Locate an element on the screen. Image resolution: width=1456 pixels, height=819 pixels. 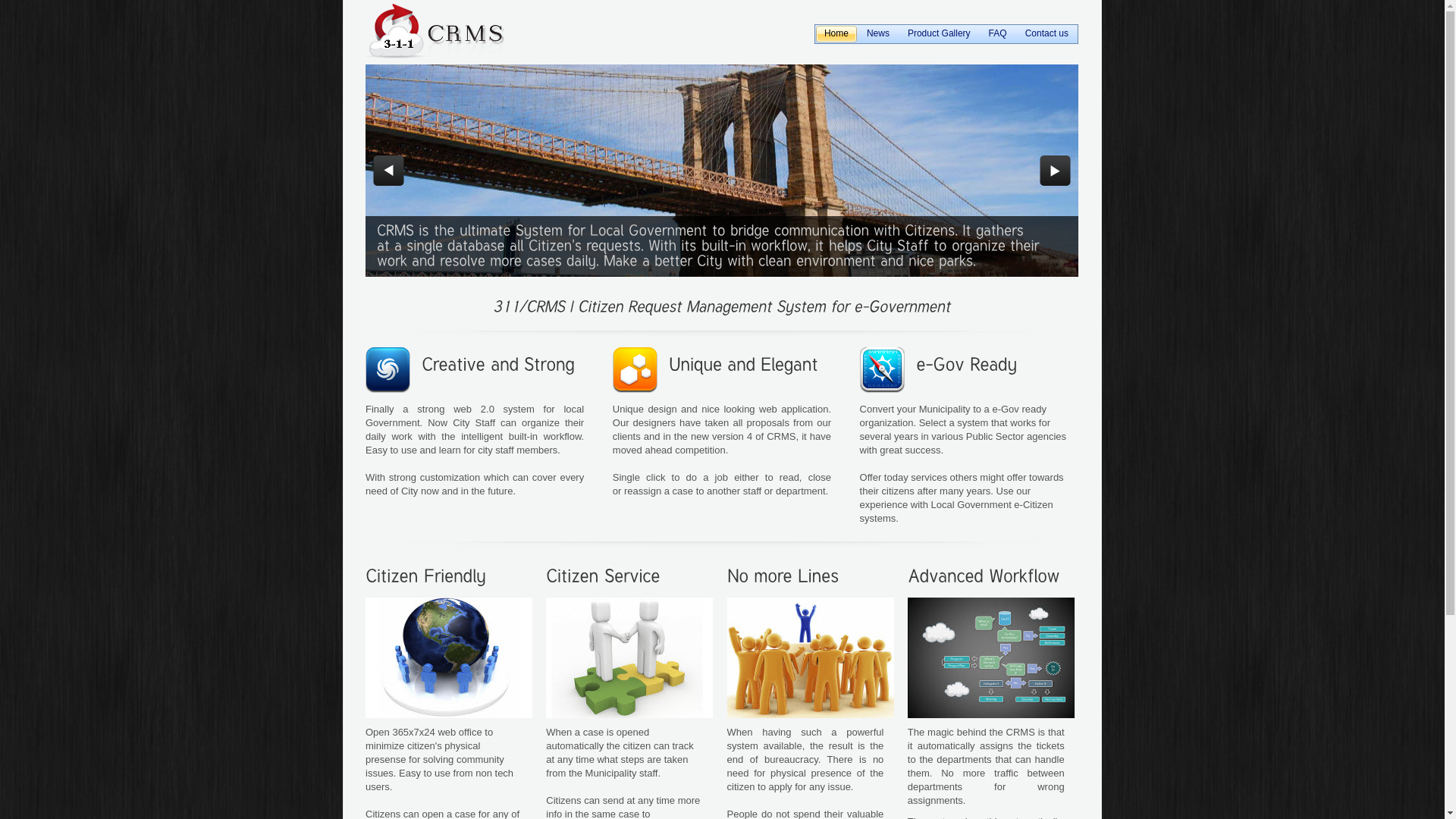
'News' is located at coordinates (877, 34).